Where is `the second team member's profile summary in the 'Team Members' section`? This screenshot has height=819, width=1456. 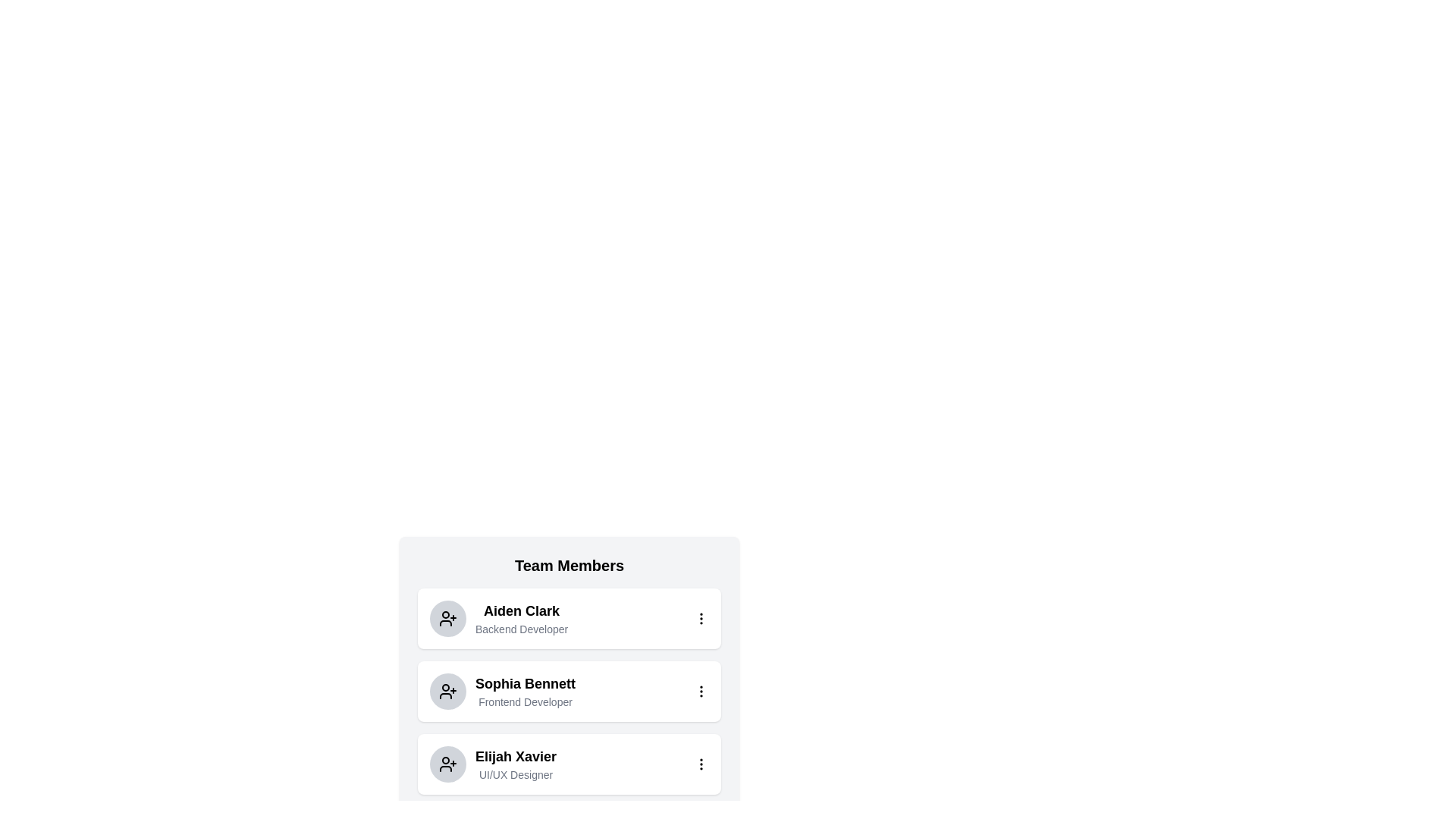 the second team member's profile summary in the 'Team Members' section is located at coordinates (568, 691).